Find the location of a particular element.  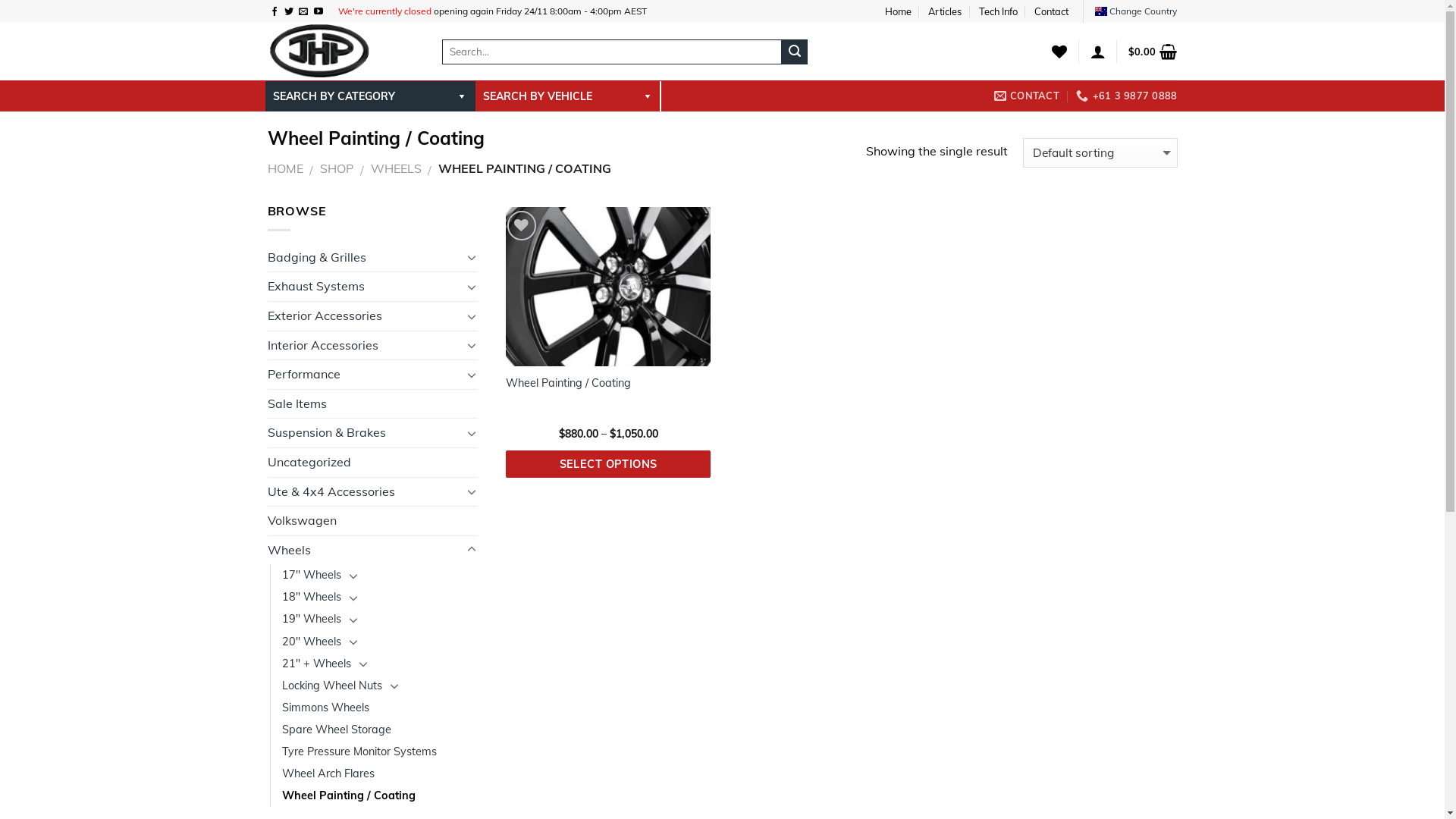

'Wheel Arch Flares' is located at coordinates (282, 773).